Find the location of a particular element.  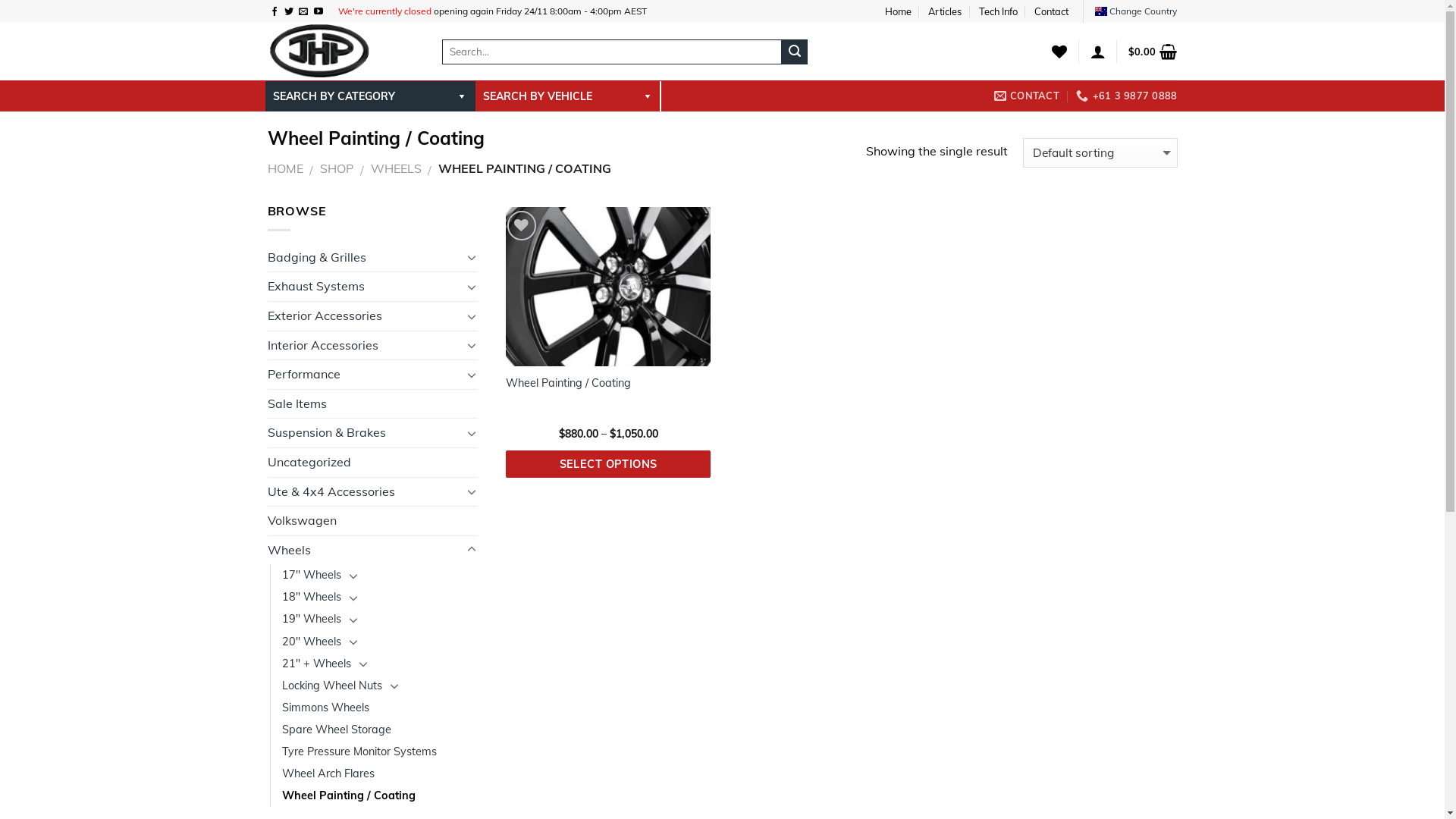

'Wheel Arch Flares' is located at coordinates (282, 773).